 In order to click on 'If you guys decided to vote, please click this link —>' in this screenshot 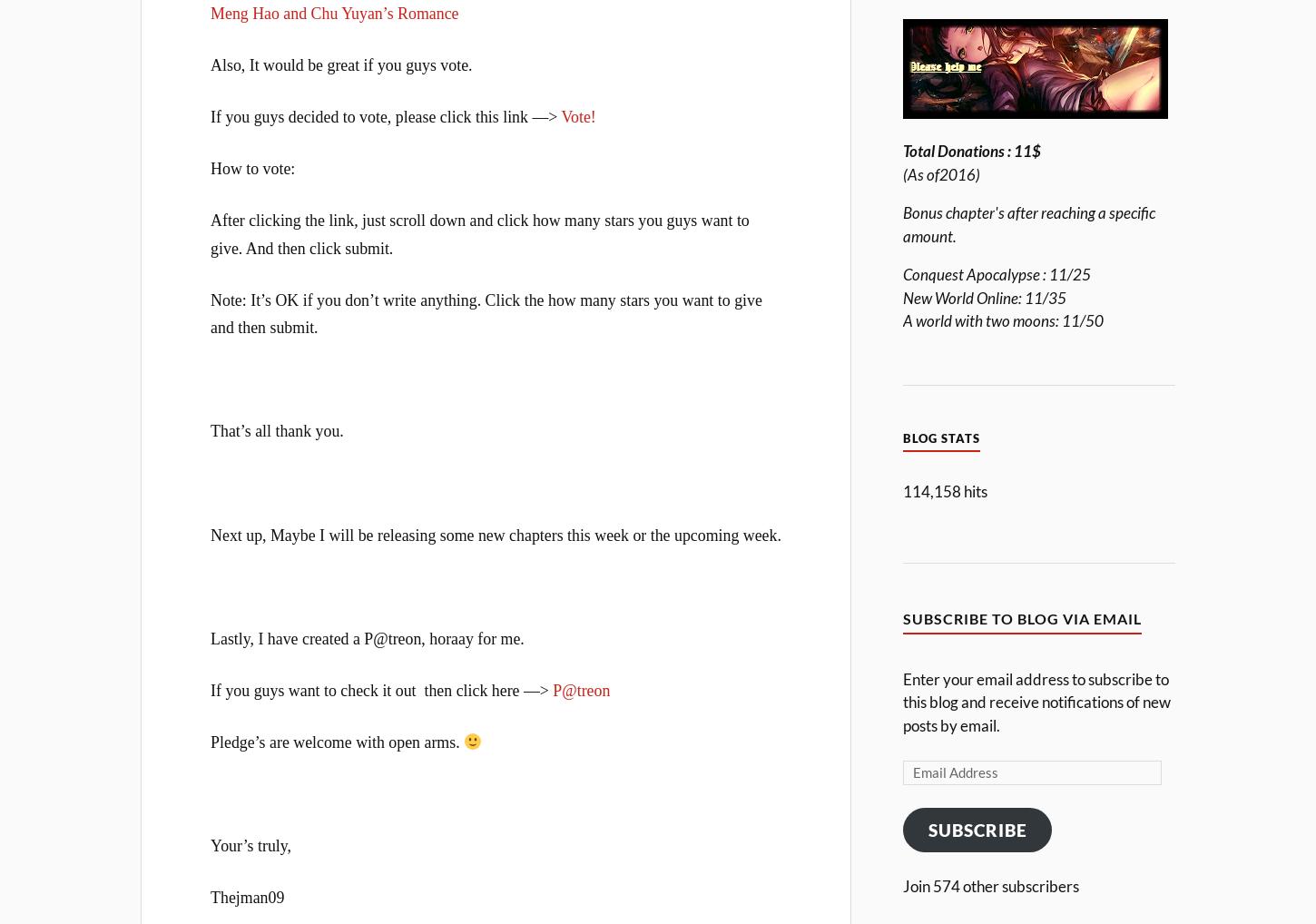, I will do `click(384, 115)`.